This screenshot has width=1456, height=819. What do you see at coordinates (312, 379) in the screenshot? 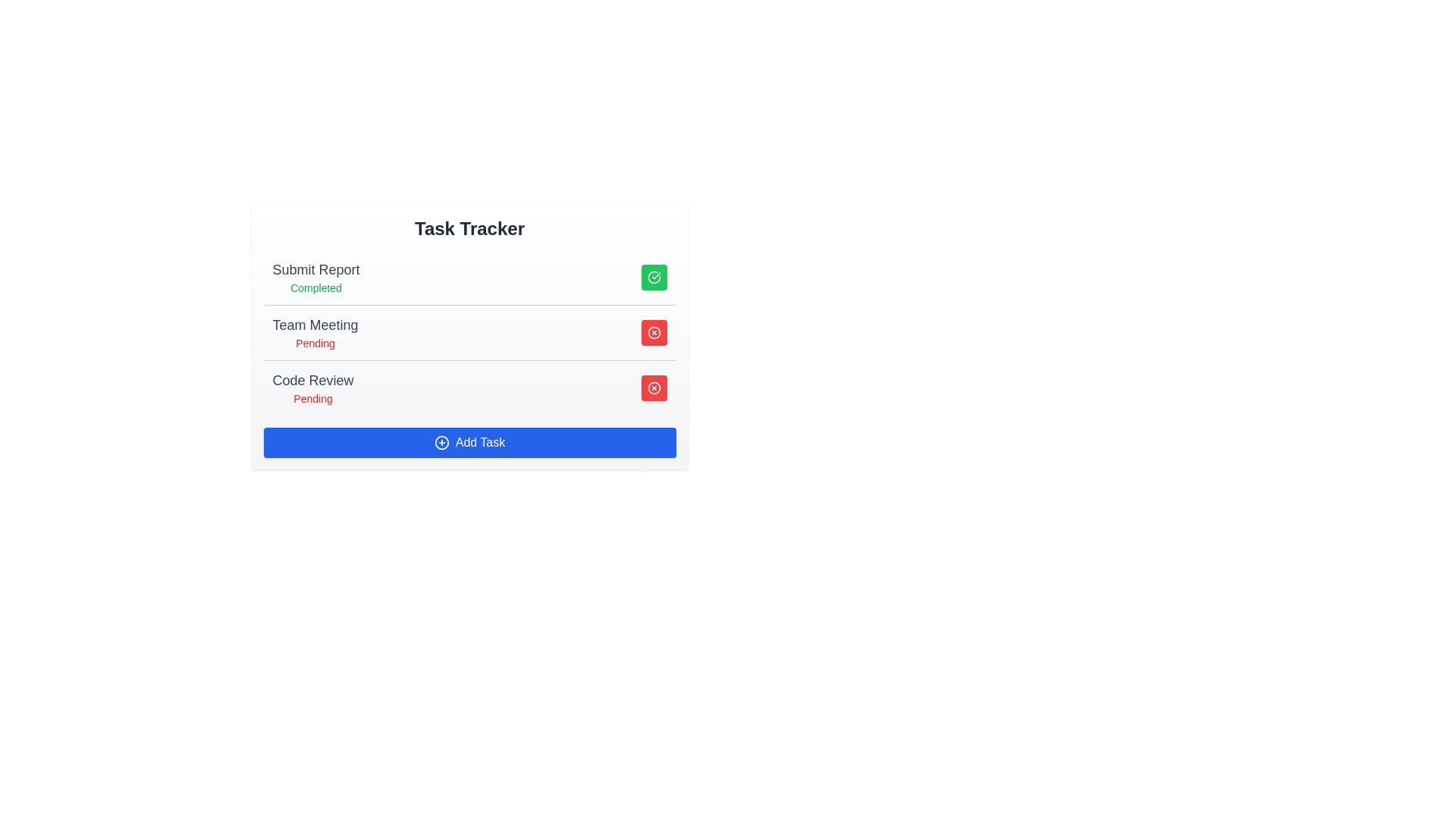
I see `text content of the 'Code Review' task title label located in the third row of the task list within the 'Task Tracker' interface, positioned above the 'Pending' label in red and below the 'Team Meeting' row` at bounding box center [312, 379].